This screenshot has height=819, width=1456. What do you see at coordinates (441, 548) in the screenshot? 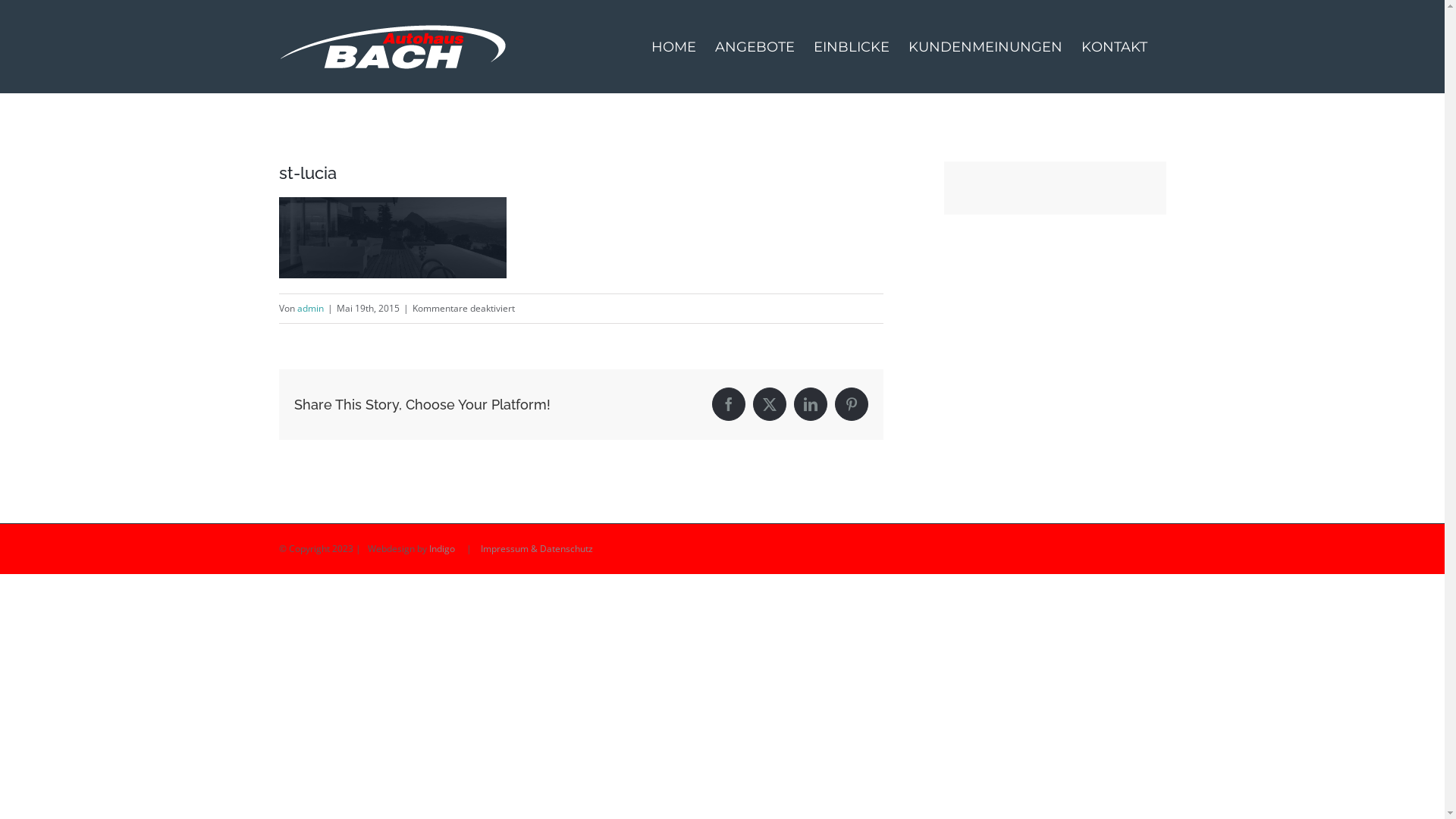
I see `'Indigo'` at bounding box center [441, 548].